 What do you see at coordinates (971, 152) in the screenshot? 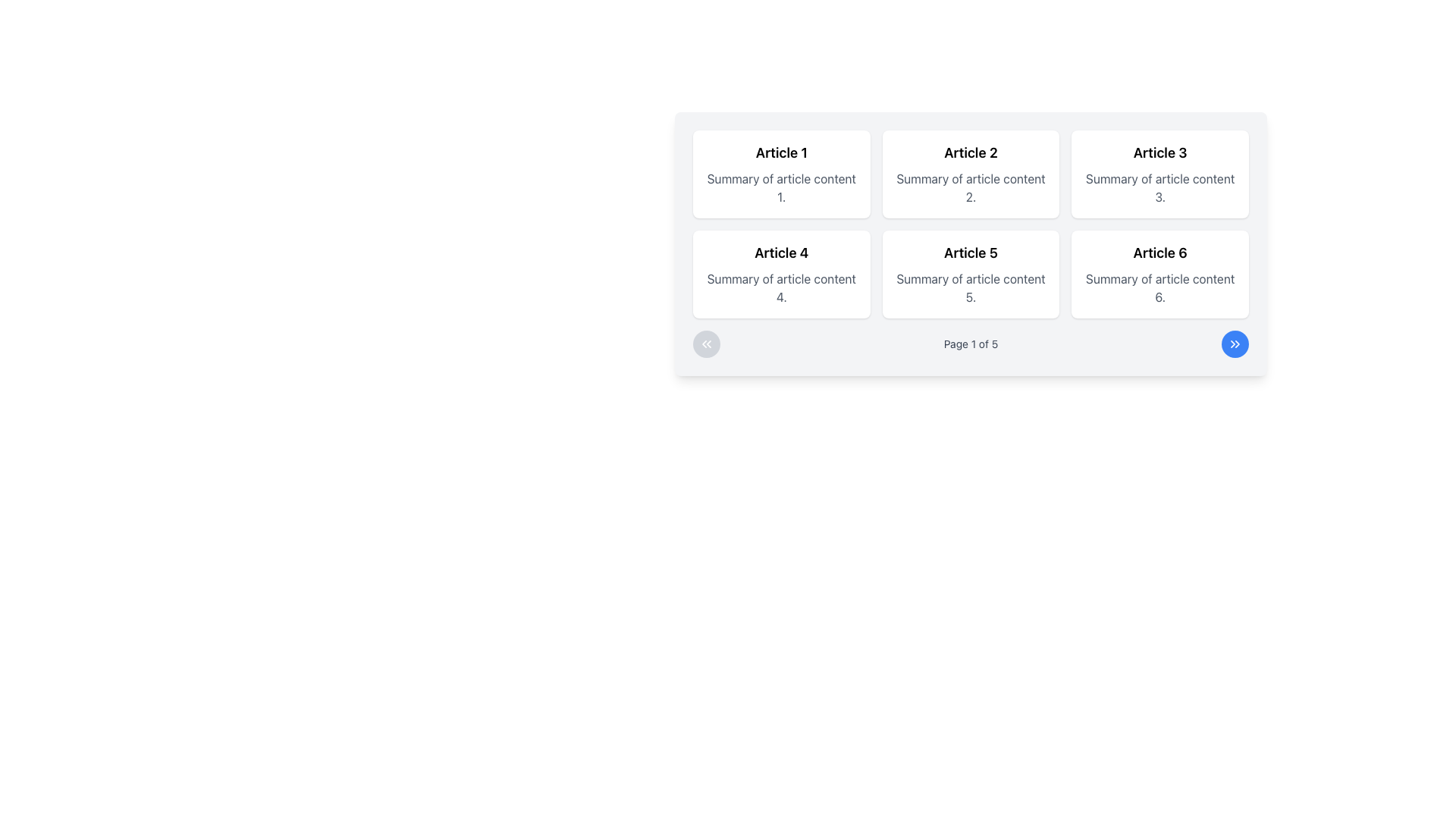
I see `the text label that indicates the title of 'Article 2', positioned at the top-center of its grid cell` at bounding box center [971, 152].